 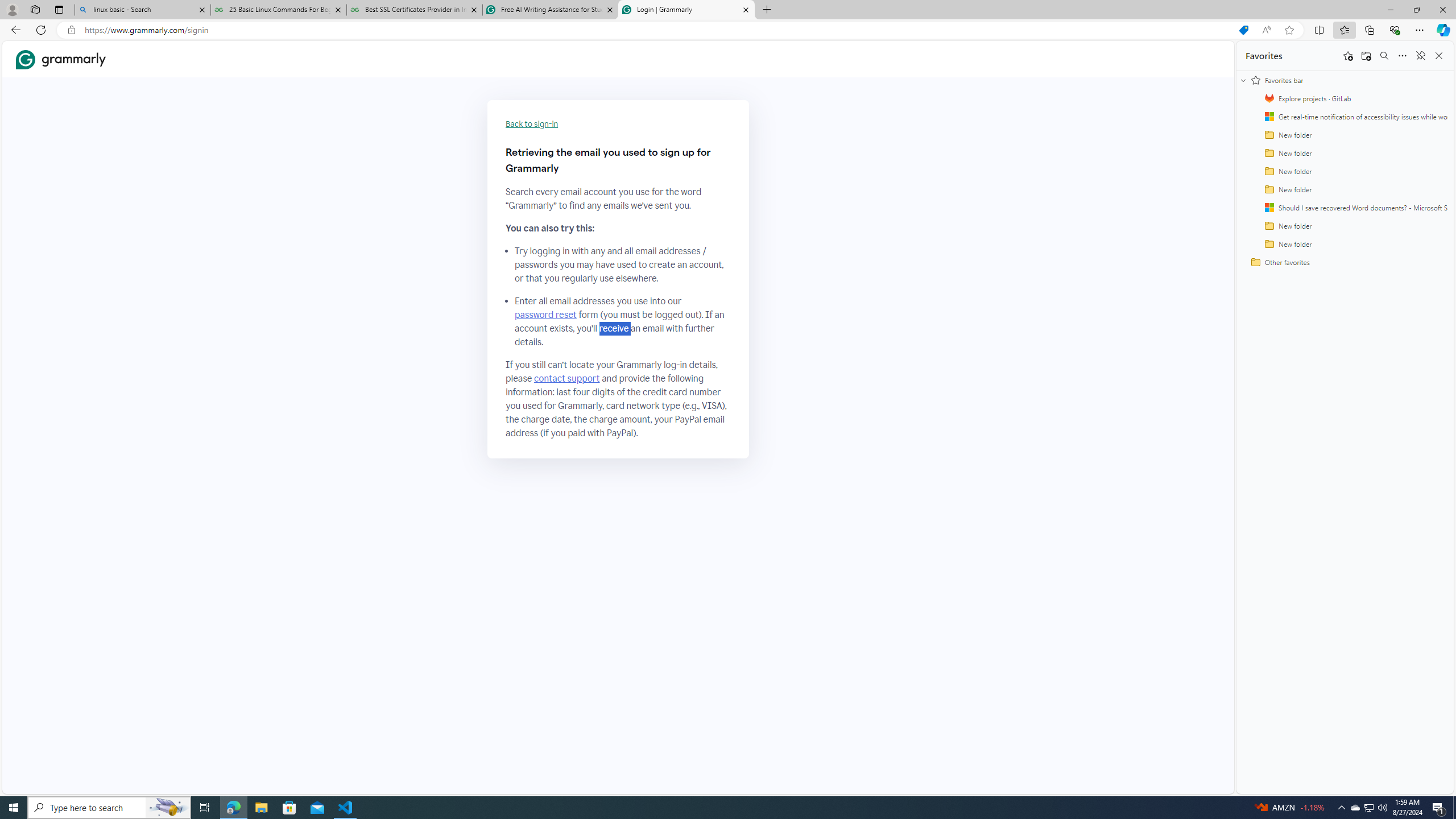 What do you see at coordinates (1384, 55) in the screenshot?
I see `'Search favorites'` at bounding box center [1384, 55].